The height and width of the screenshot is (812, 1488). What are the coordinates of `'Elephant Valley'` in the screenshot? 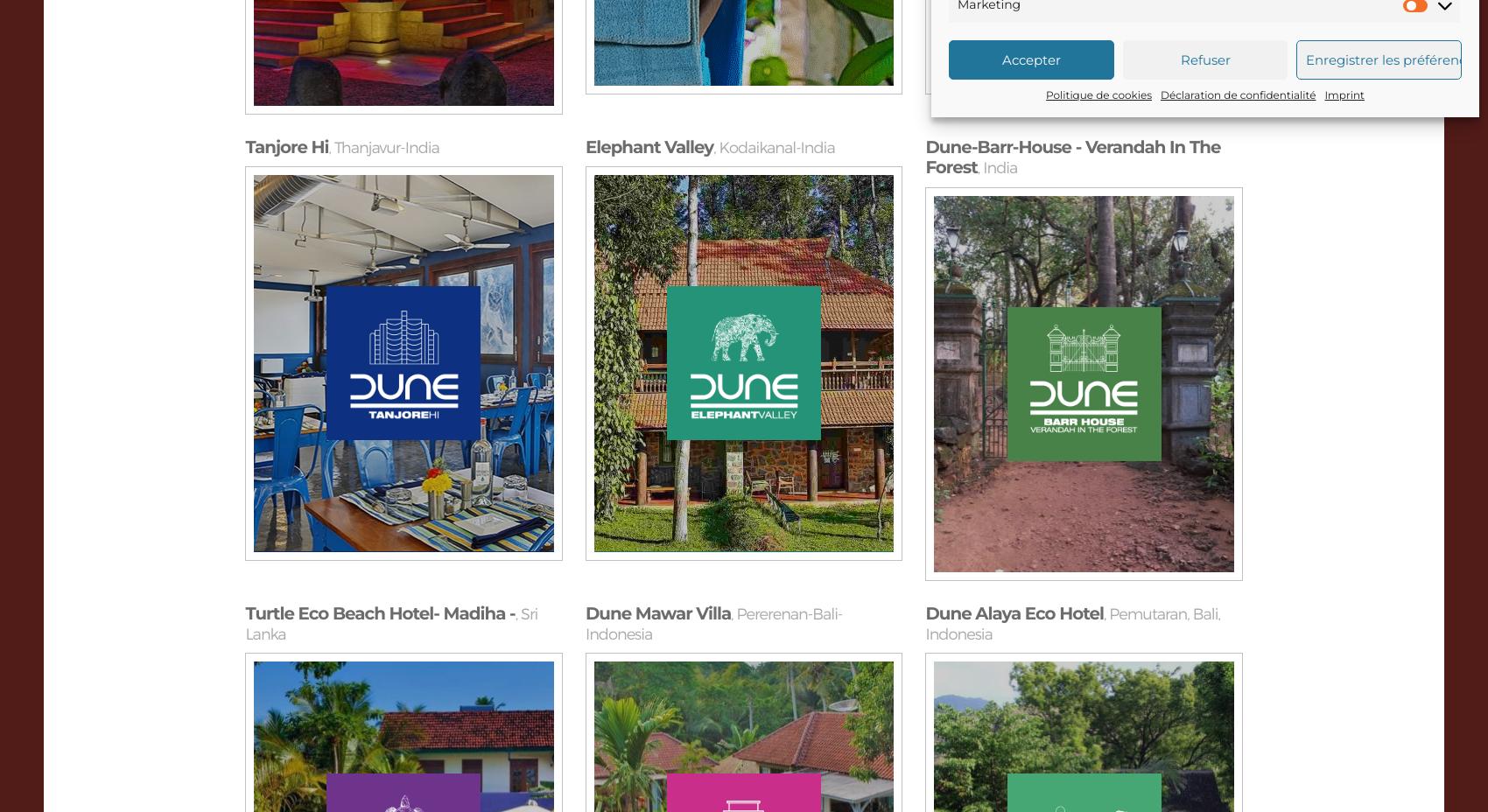 It's located at (649, 146).